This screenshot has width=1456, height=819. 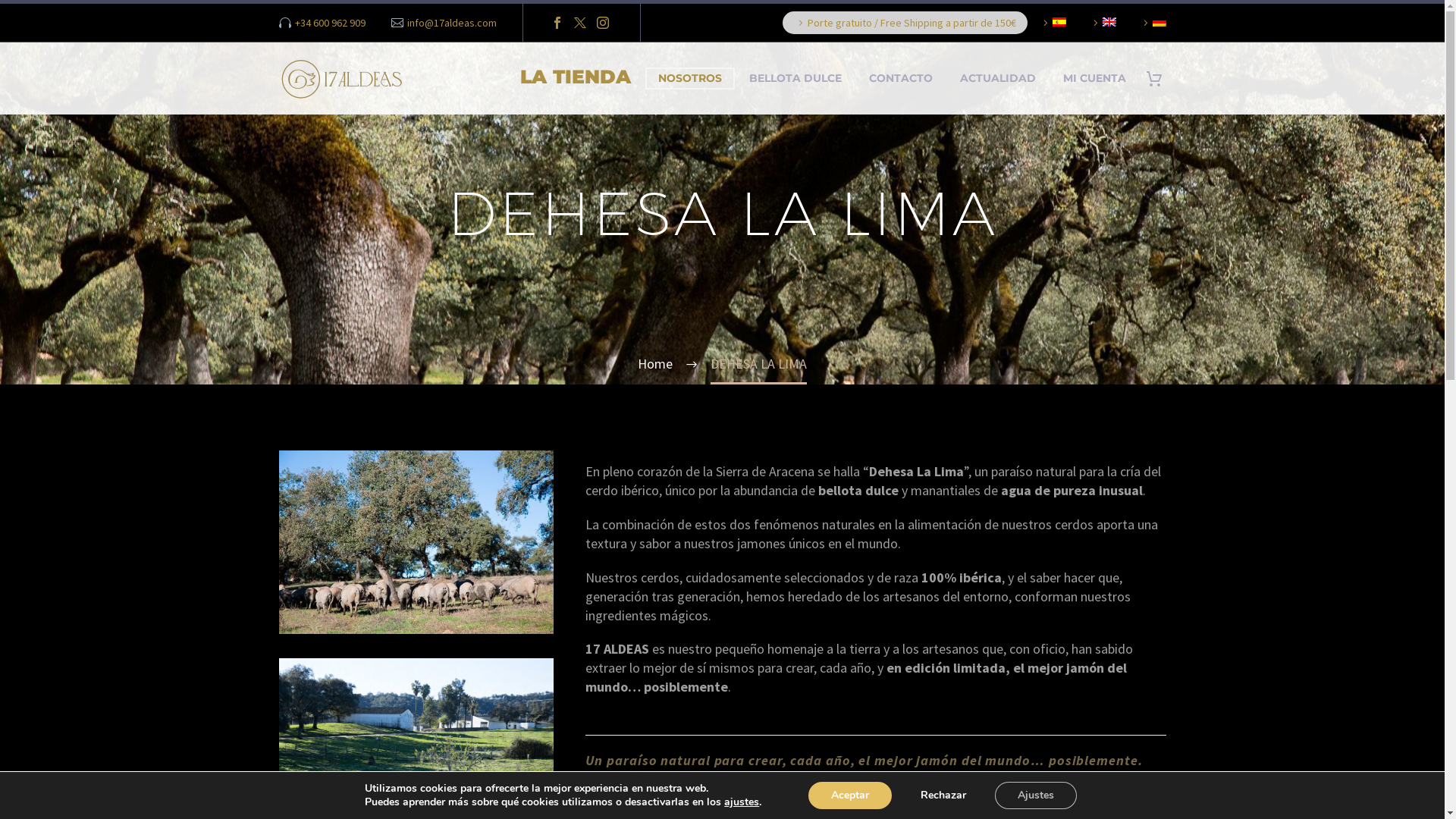 What do you see at coordinates (997, 78) in the screenshot?
I see `'ACTUALIDAD'` at bounding box center [997, 78].